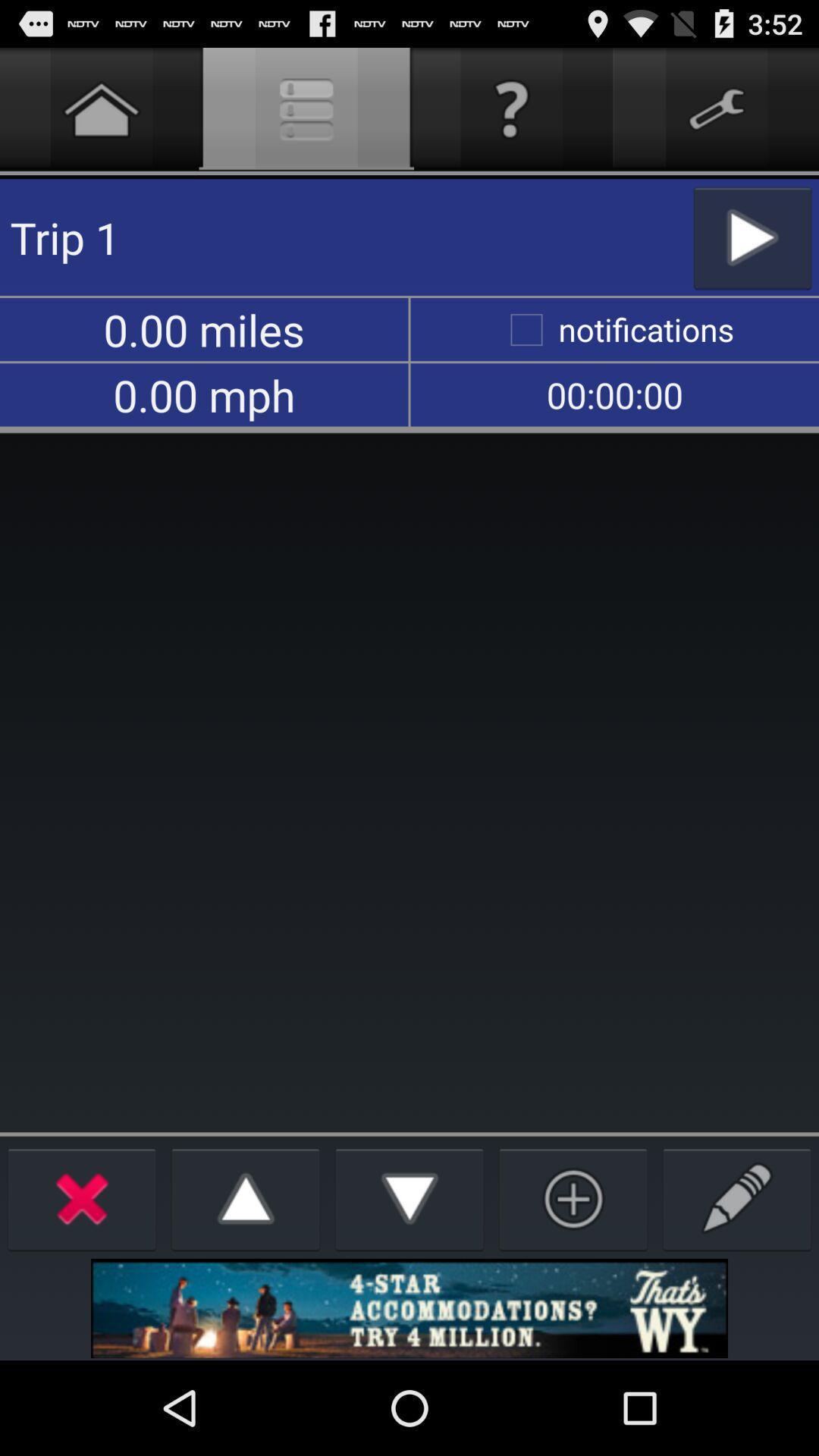 This screenshot has width=819, height=1456. I want to click on up, so click(245, 1197).